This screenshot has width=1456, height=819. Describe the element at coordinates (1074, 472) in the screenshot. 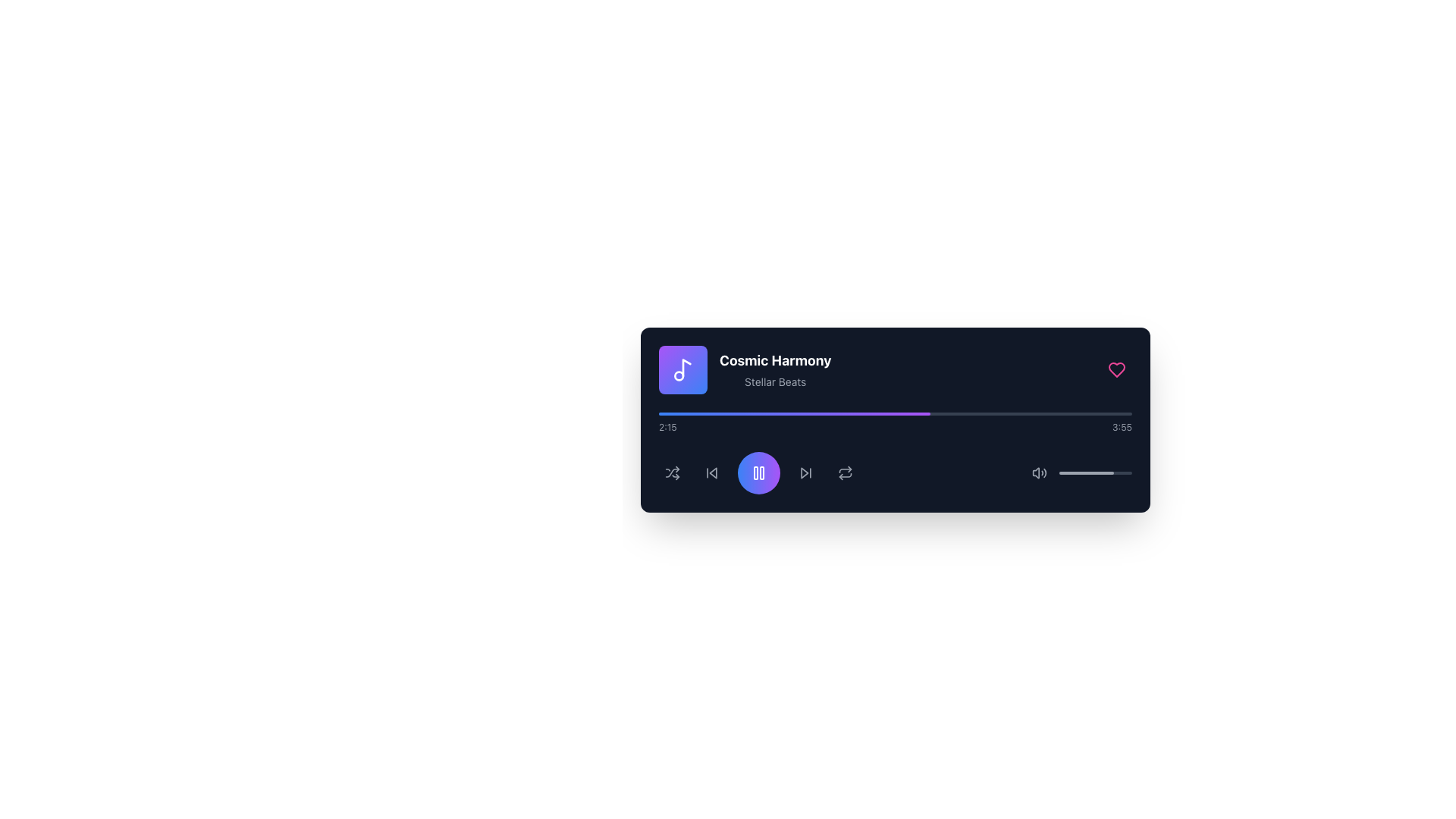

I see `the volume slider` at that location.